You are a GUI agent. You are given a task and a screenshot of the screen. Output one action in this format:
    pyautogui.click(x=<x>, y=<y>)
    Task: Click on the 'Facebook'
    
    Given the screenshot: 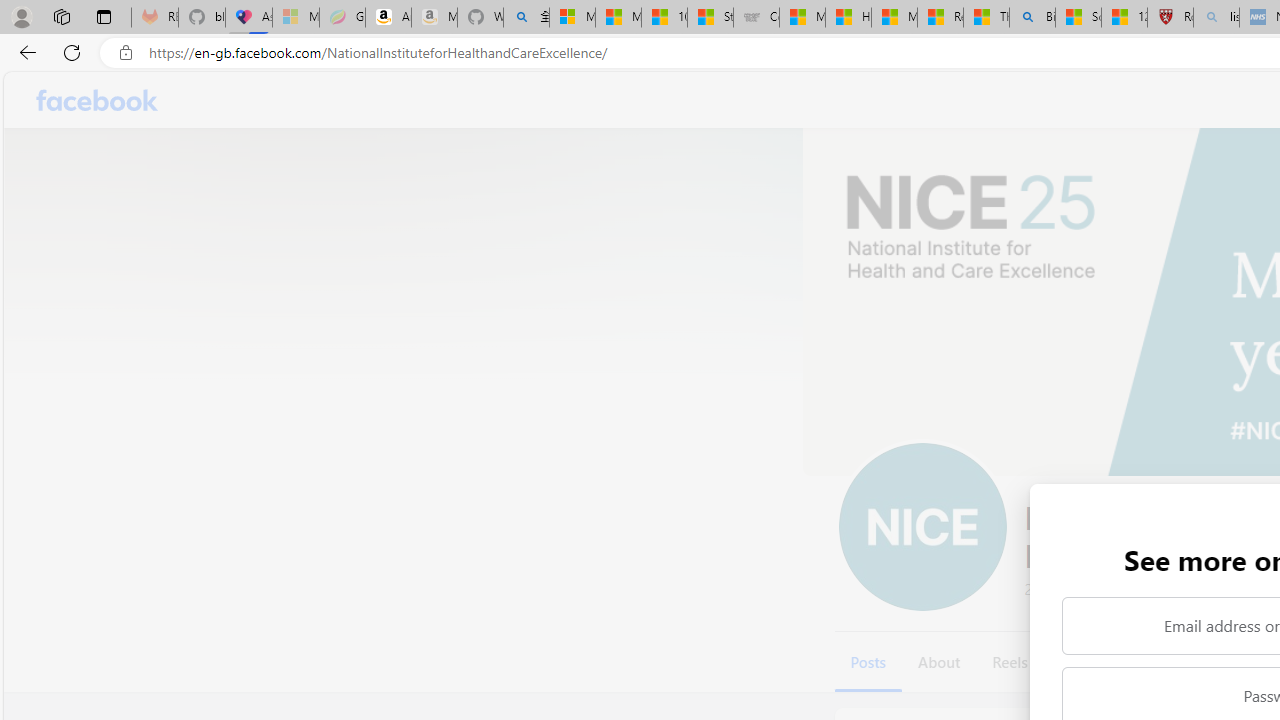 What is the action you would take?
    pyautogui.click(x=96, y=100)
    